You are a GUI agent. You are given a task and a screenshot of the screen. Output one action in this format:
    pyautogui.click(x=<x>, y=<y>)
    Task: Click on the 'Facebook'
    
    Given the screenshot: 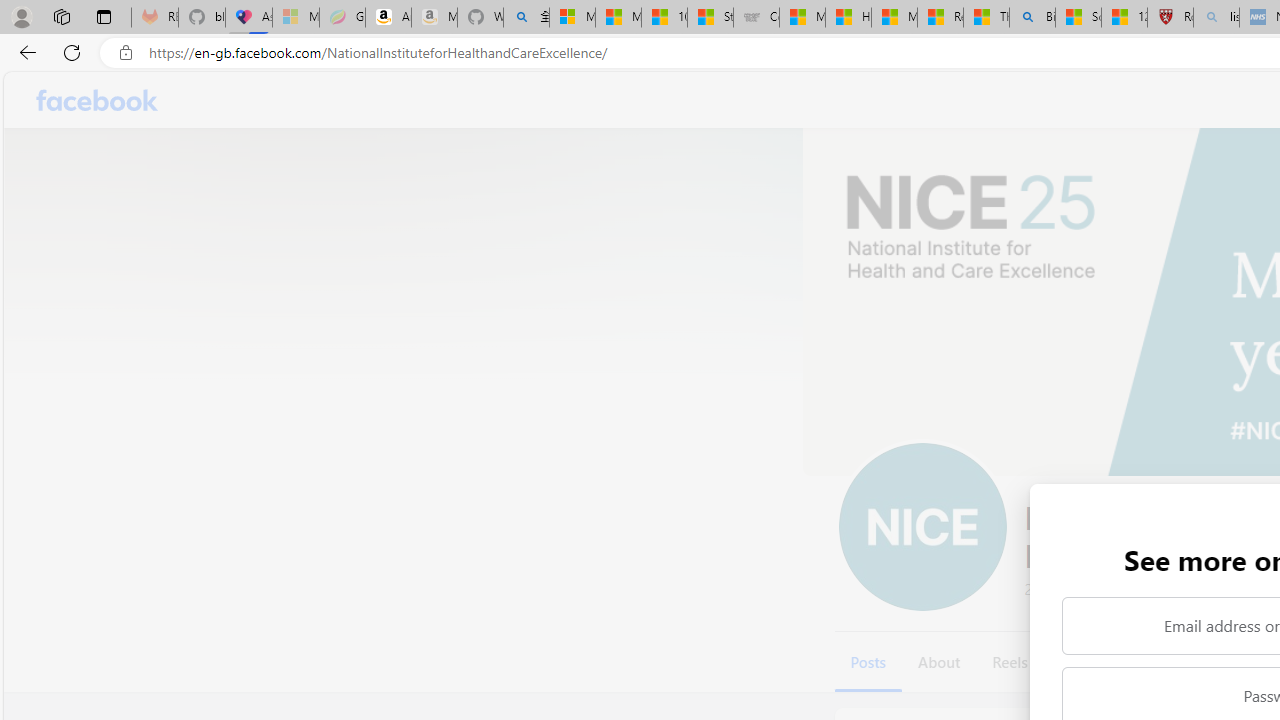 What is the action you would take?
    pyautogui.click(x=96, y=100)
    